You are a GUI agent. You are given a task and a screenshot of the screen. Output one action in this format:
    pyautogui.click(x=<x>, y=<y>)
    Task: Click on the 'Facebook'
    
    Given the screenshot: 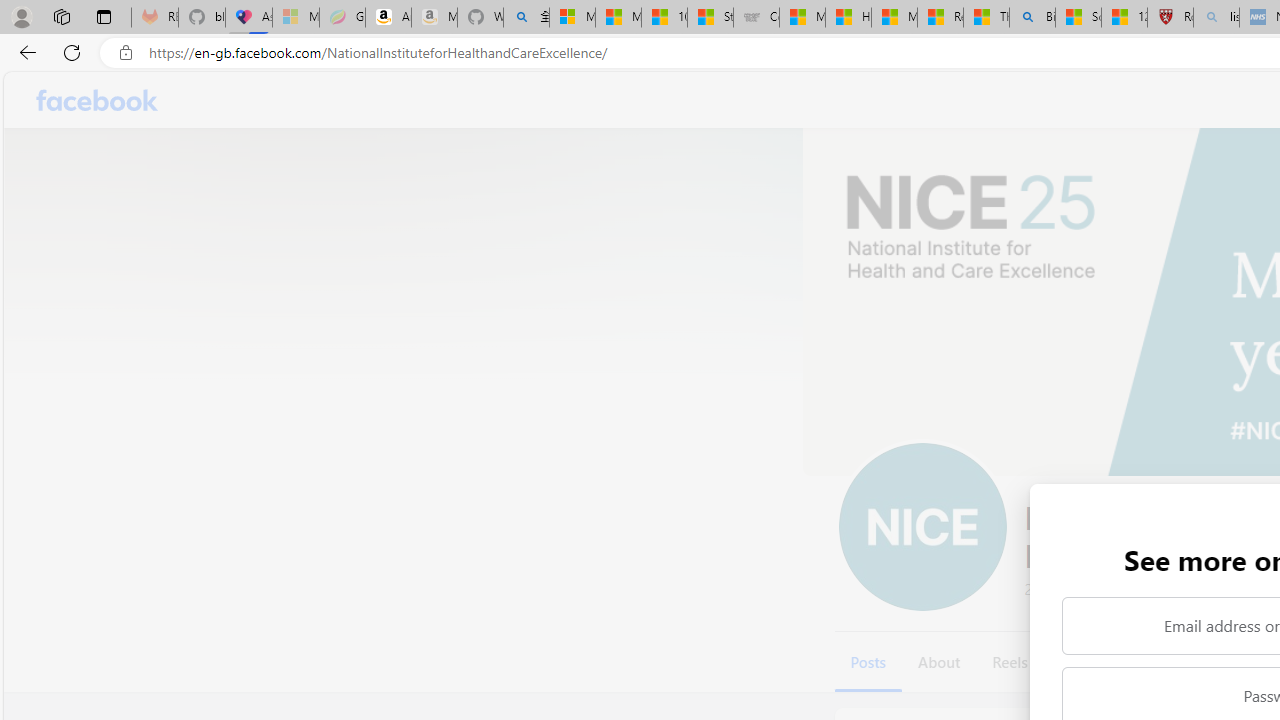 What is the action you would take?
    pyautogui.click(x=96, y=100)
    